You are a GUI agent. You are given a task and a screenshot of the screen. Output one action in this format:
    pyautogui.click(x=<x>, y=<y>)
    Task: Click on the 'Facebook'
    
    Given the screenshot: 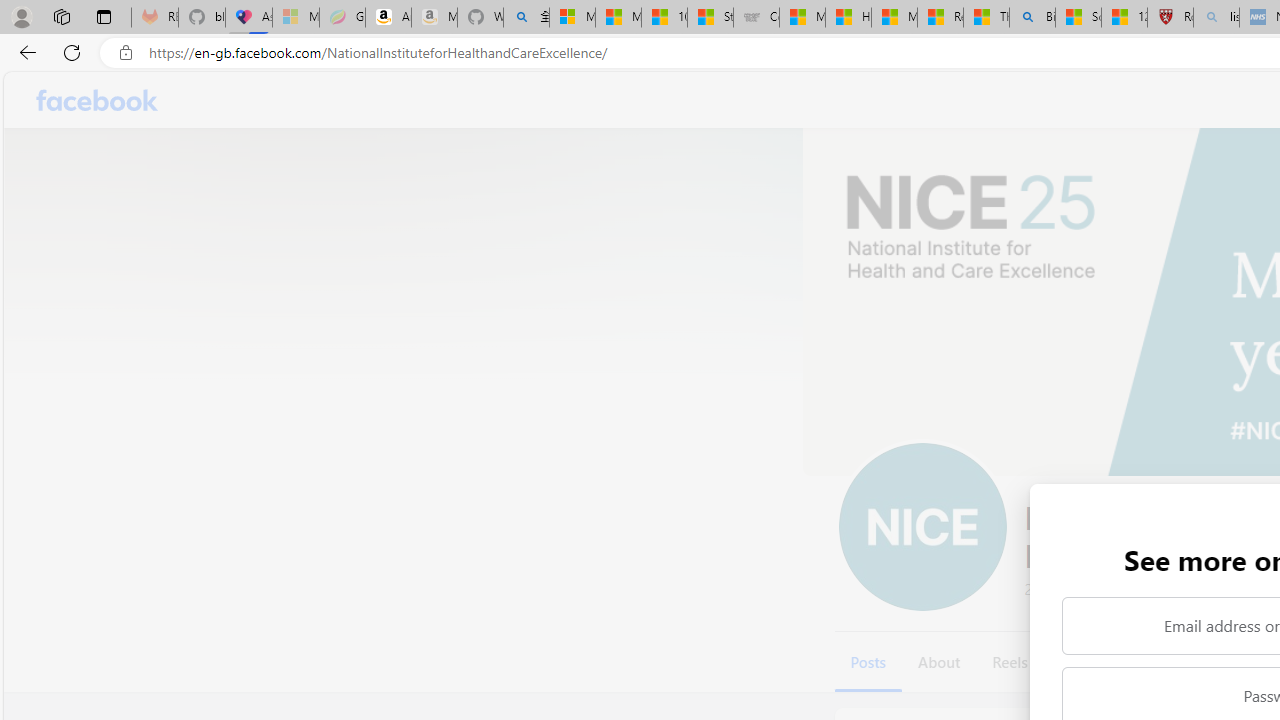 What is the action you would take?
    pyautogui.click(x=96, y=100)
    